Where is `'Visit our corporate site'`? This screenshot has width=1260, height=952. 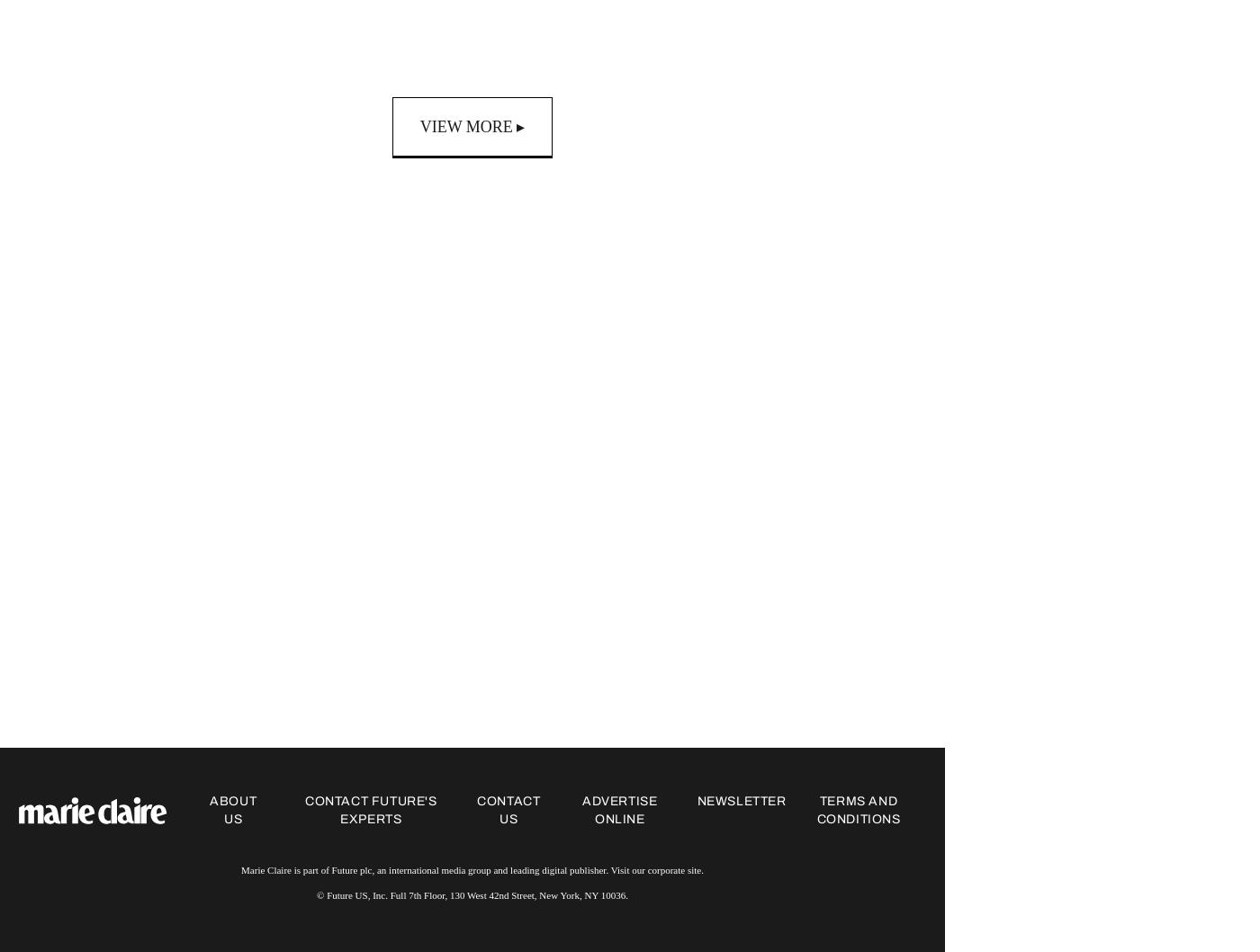 'Visit our corporate site' is located at coordinates (655, 870).